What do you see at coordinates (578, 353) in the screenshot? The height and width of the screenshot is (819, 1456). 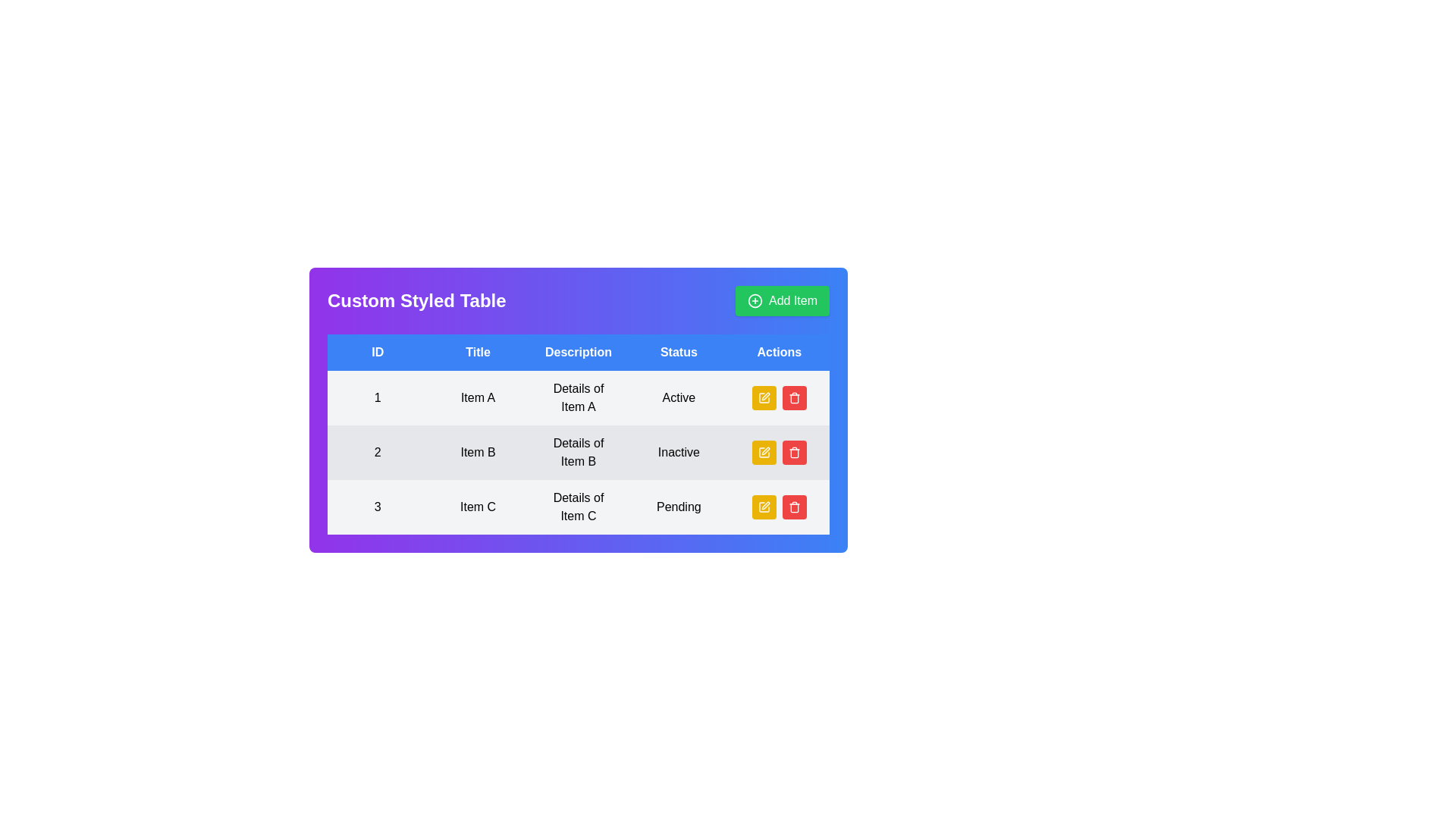 I see `the 'Description' header cell in the table, which is the third cell from the left, centrally aligned in its column` at bounding box center [578, 353].